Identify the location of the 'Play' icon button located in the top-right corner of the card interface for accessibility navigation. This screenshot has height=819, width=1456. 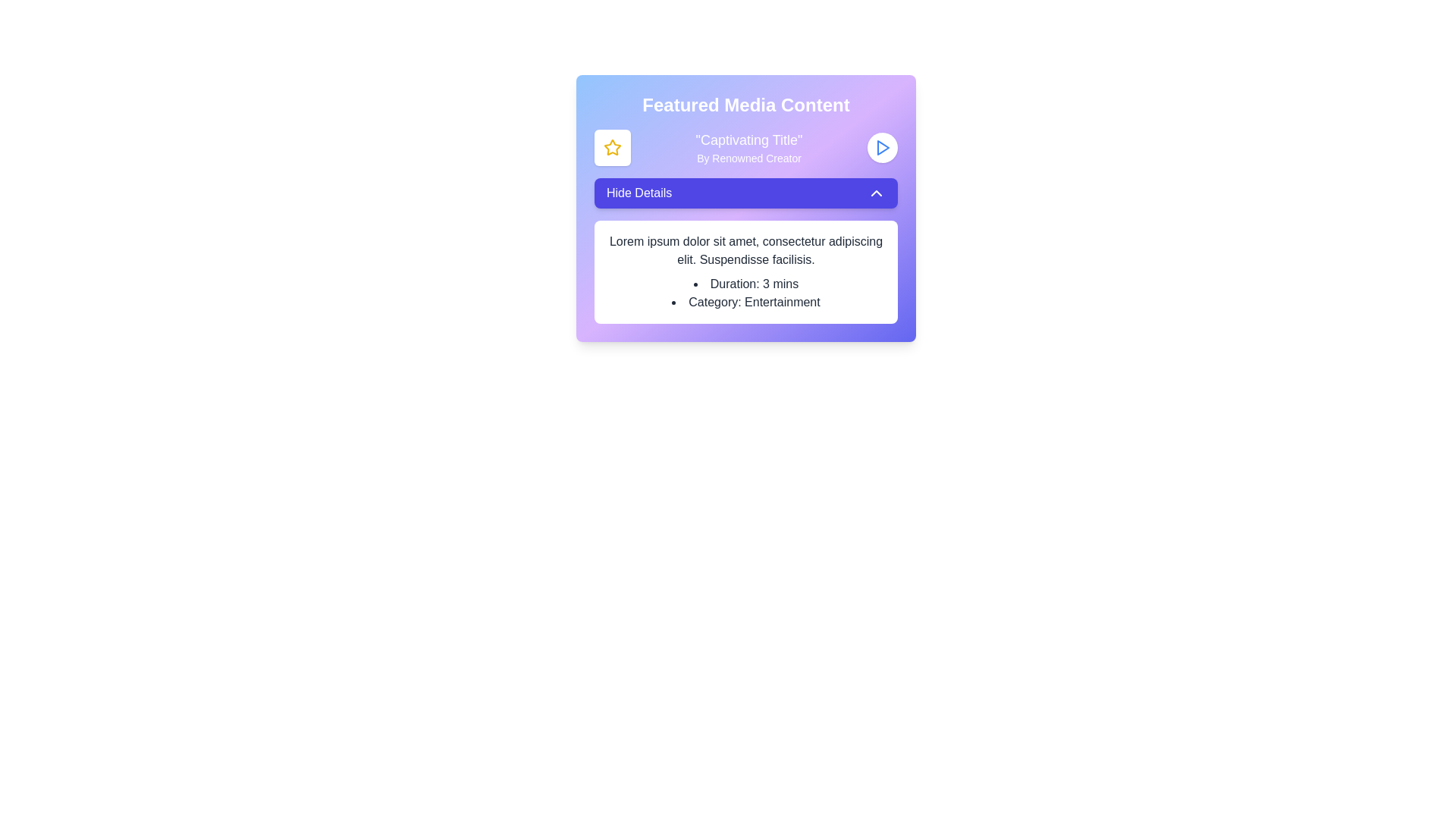
(883, 148).